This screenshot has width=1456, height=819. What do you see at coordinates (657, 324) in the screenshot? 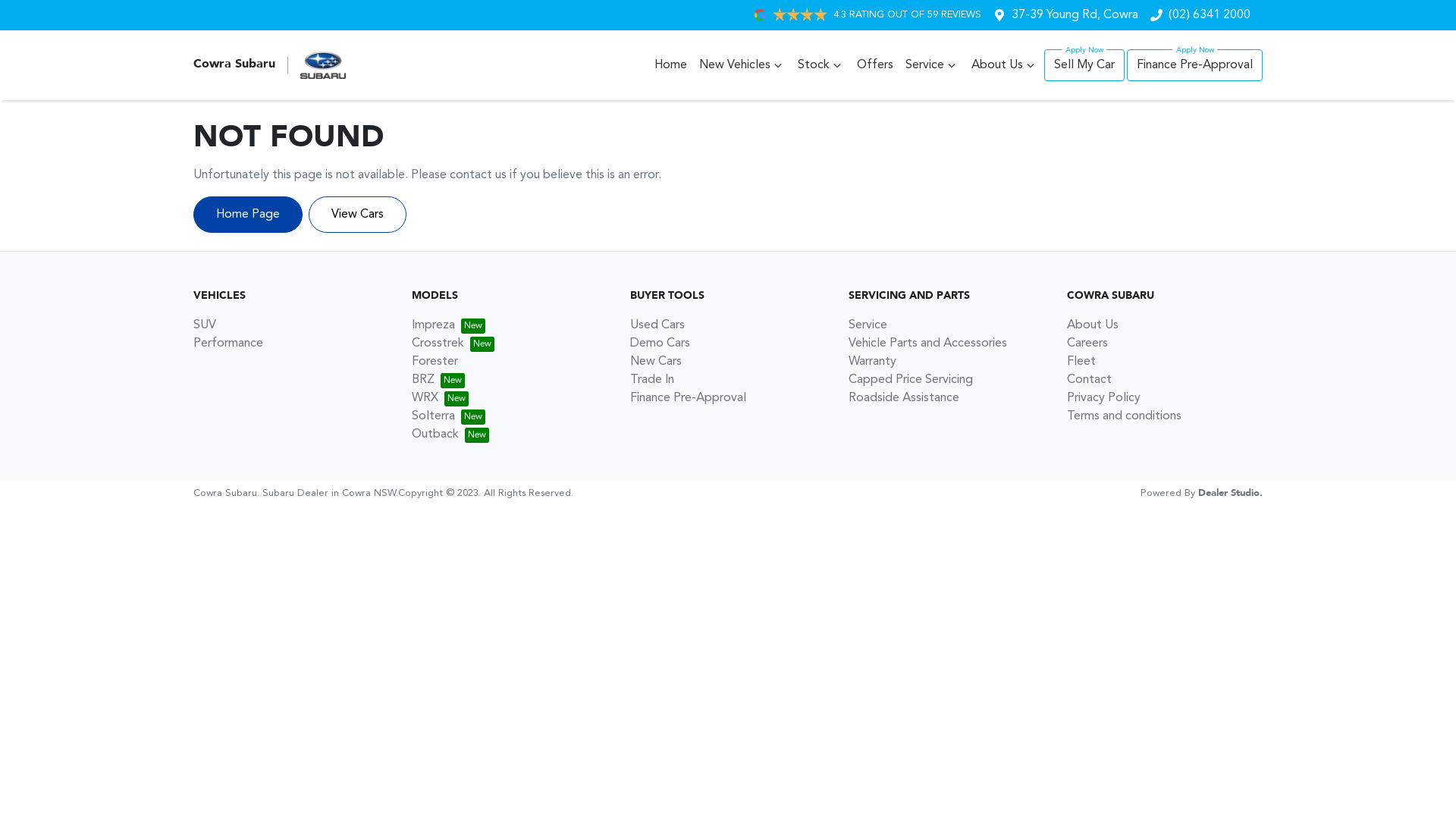
I see `'Used Cars'` at bounding box center [657, 324].